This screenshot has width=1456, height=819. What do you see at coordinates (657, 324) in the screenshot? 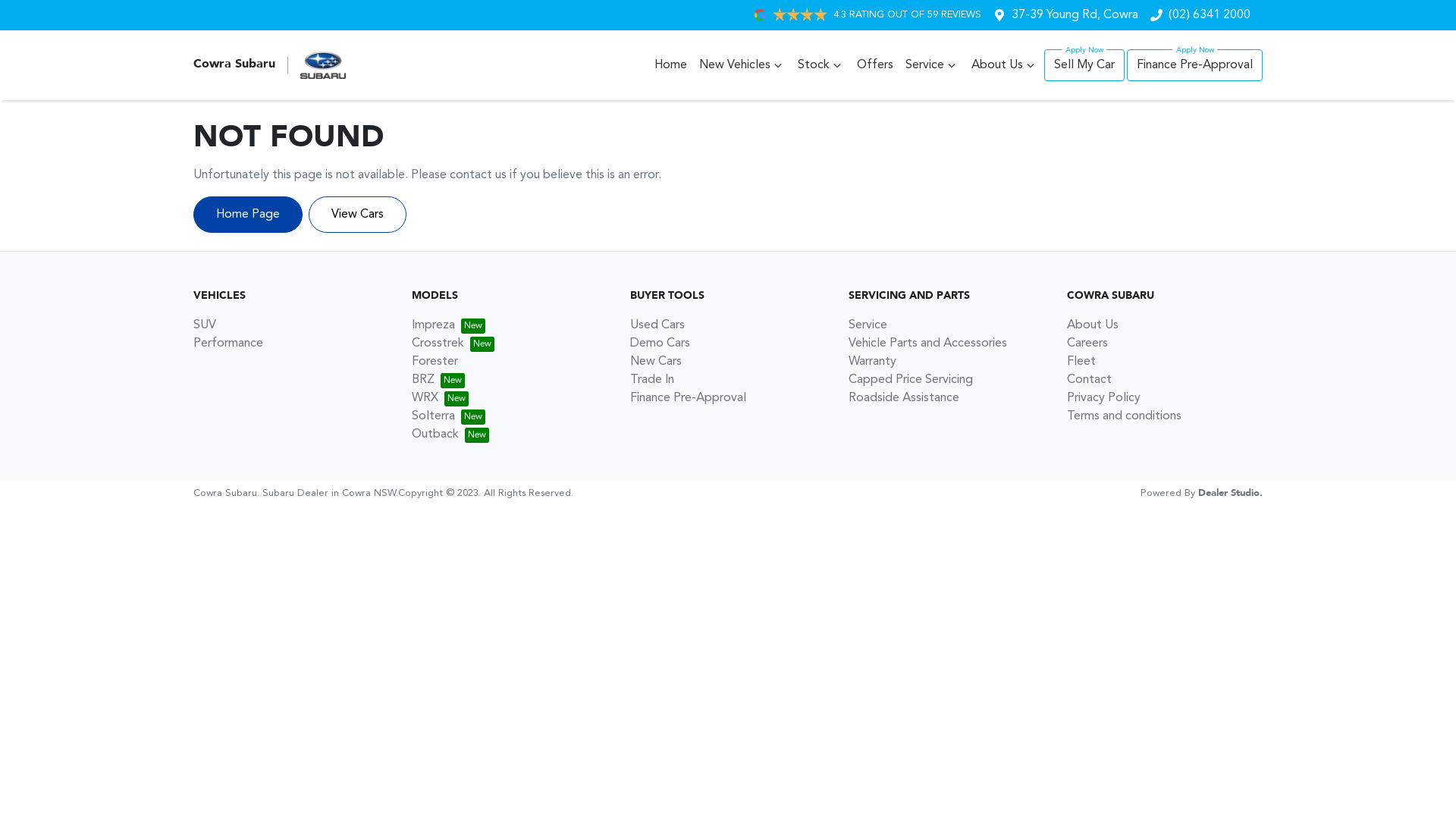
I see `'Used Cars'` at bounding box center [657, 324].